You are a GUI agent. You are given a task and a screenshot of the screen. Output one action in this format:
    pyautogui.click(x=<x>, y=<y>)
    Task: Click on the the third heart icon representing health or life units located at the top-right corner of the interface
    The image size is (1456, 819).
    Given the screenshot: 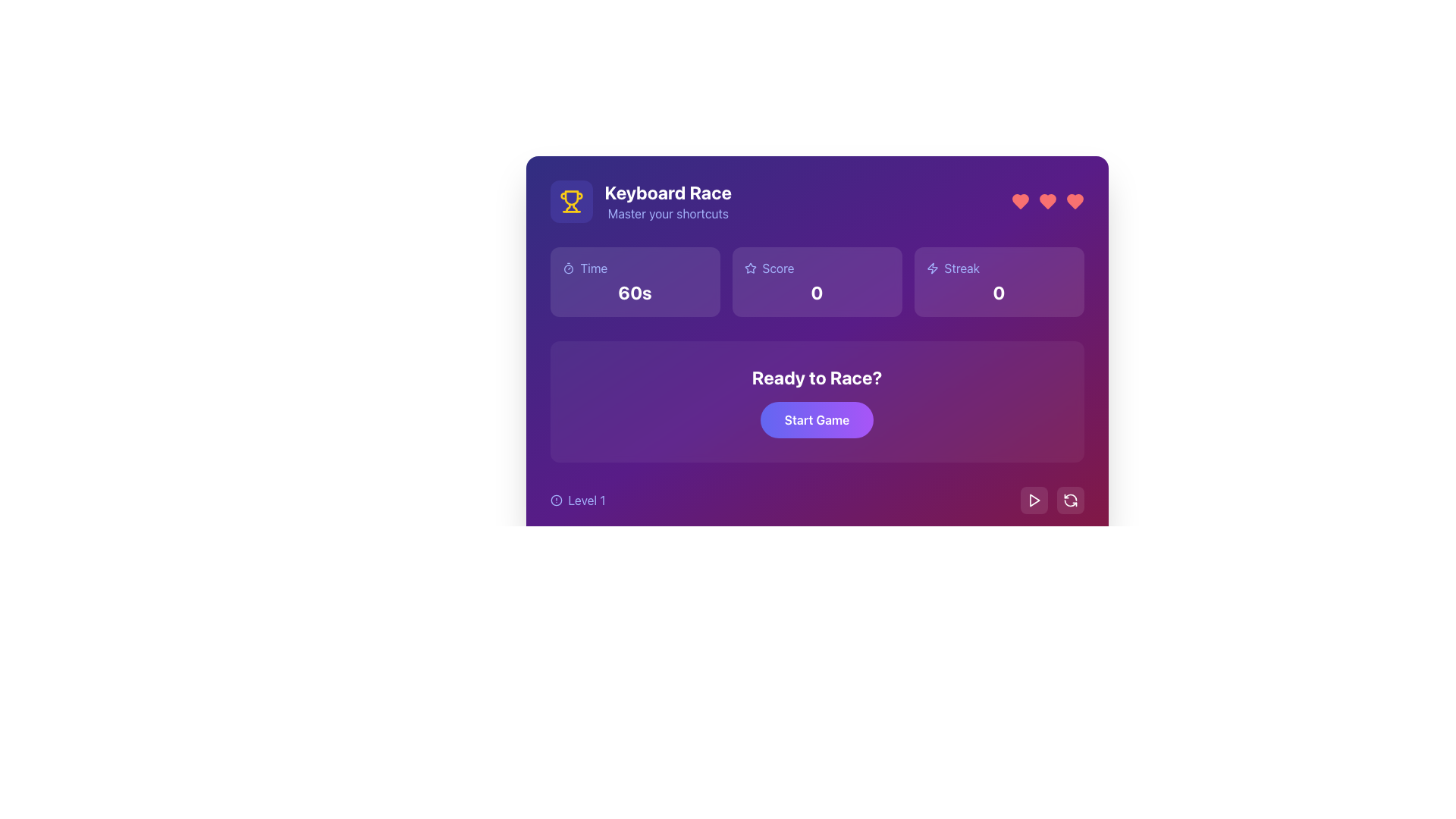 What is the action you would take?
    pyautogui.click(x=1074, y=201)
    